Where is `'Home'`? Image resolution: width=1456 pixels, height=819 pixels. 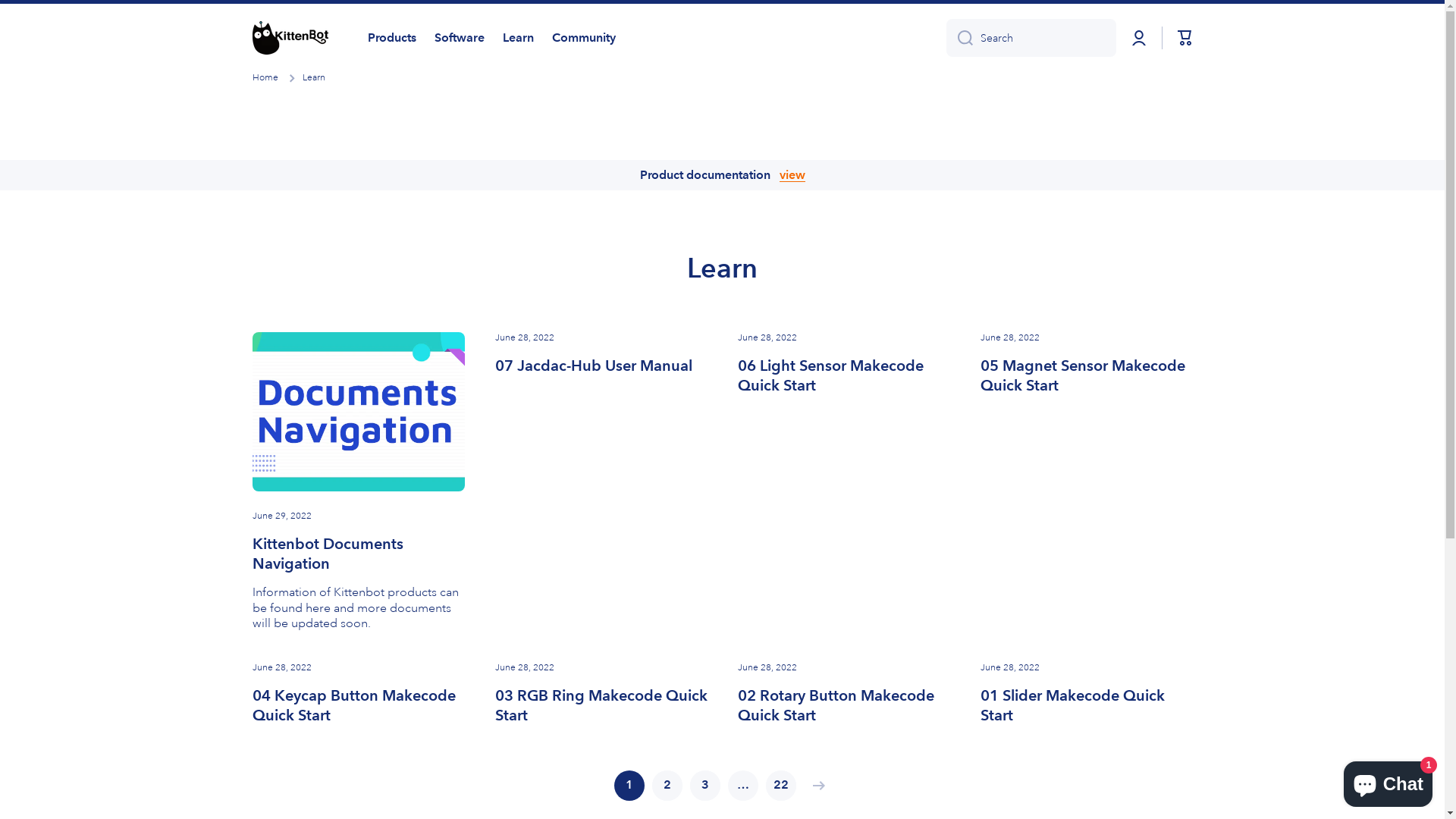 'Home' is located at coordinates (265, 78).